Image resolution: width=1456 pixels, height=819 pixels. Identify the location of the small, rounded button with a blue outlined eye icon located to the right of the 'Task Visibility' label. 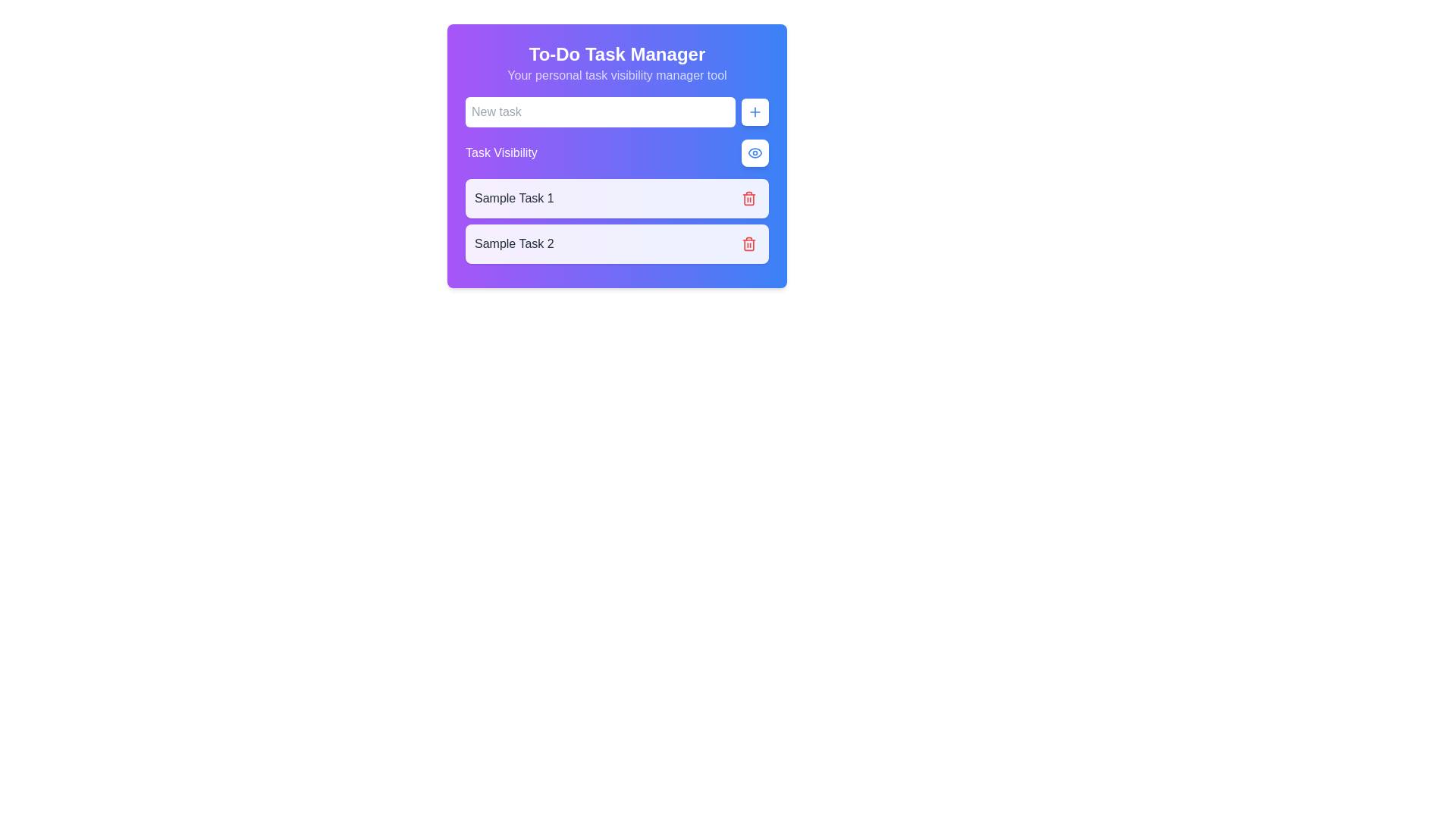
(755, 152).